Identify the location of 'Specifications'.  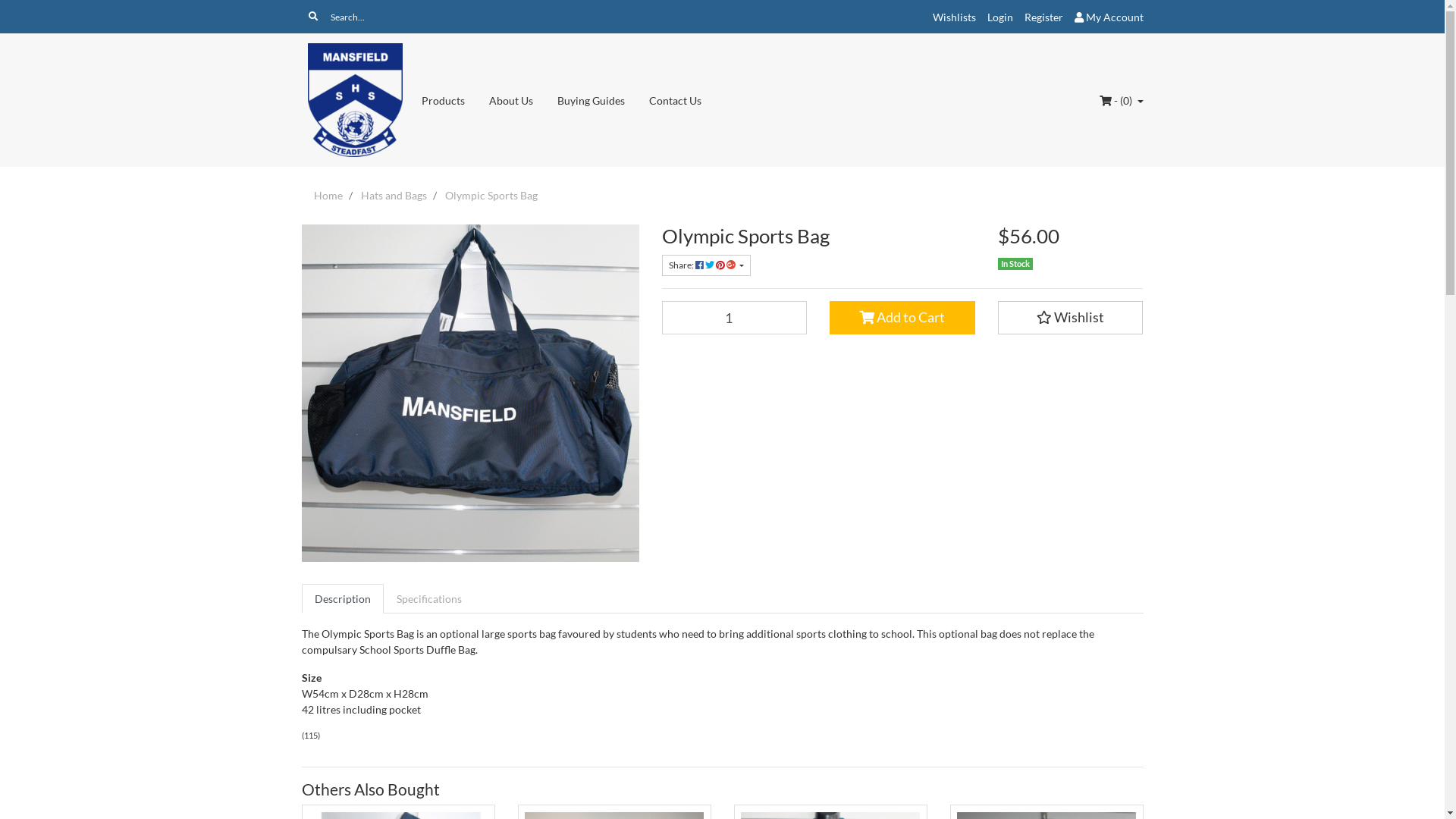
(383, 598).